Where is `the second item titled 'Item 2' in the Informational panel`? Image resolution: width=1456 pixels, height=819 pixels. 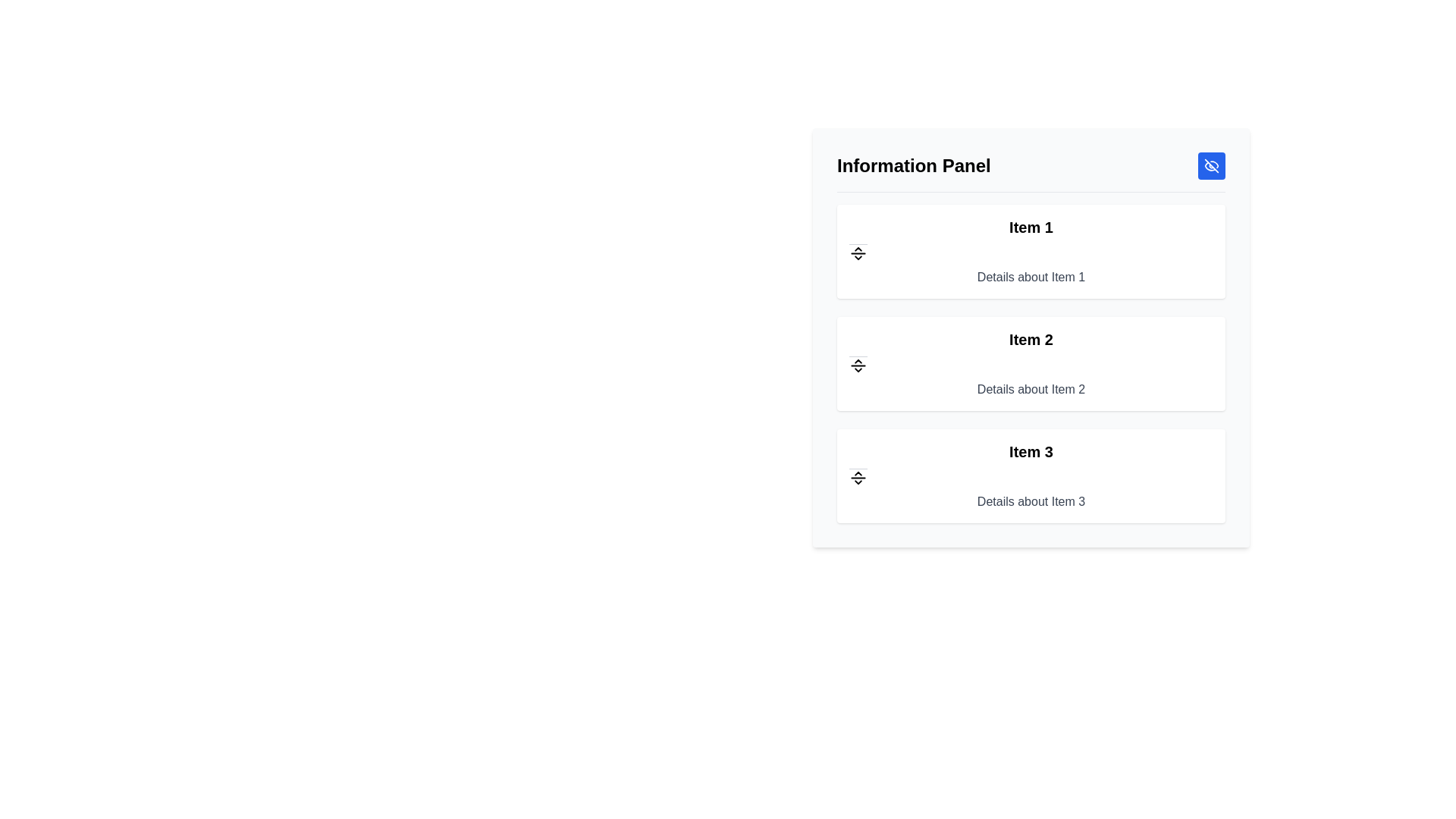
the second item titled 'Item 2' in the Informational panel is located at coordinates (1031, 363).